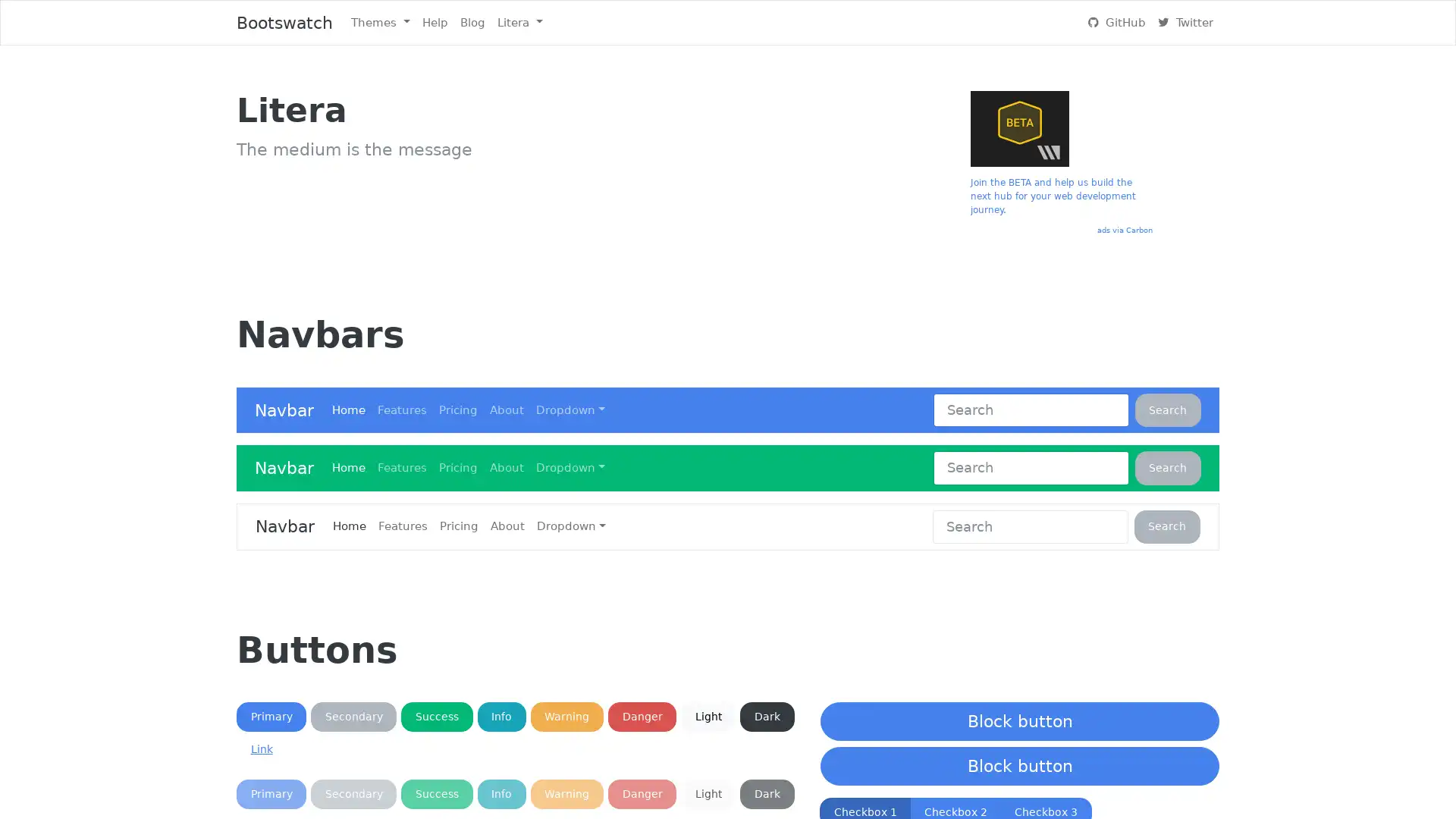 The image size is (1456, 819). I want to click on Primary, so click(271, 717).